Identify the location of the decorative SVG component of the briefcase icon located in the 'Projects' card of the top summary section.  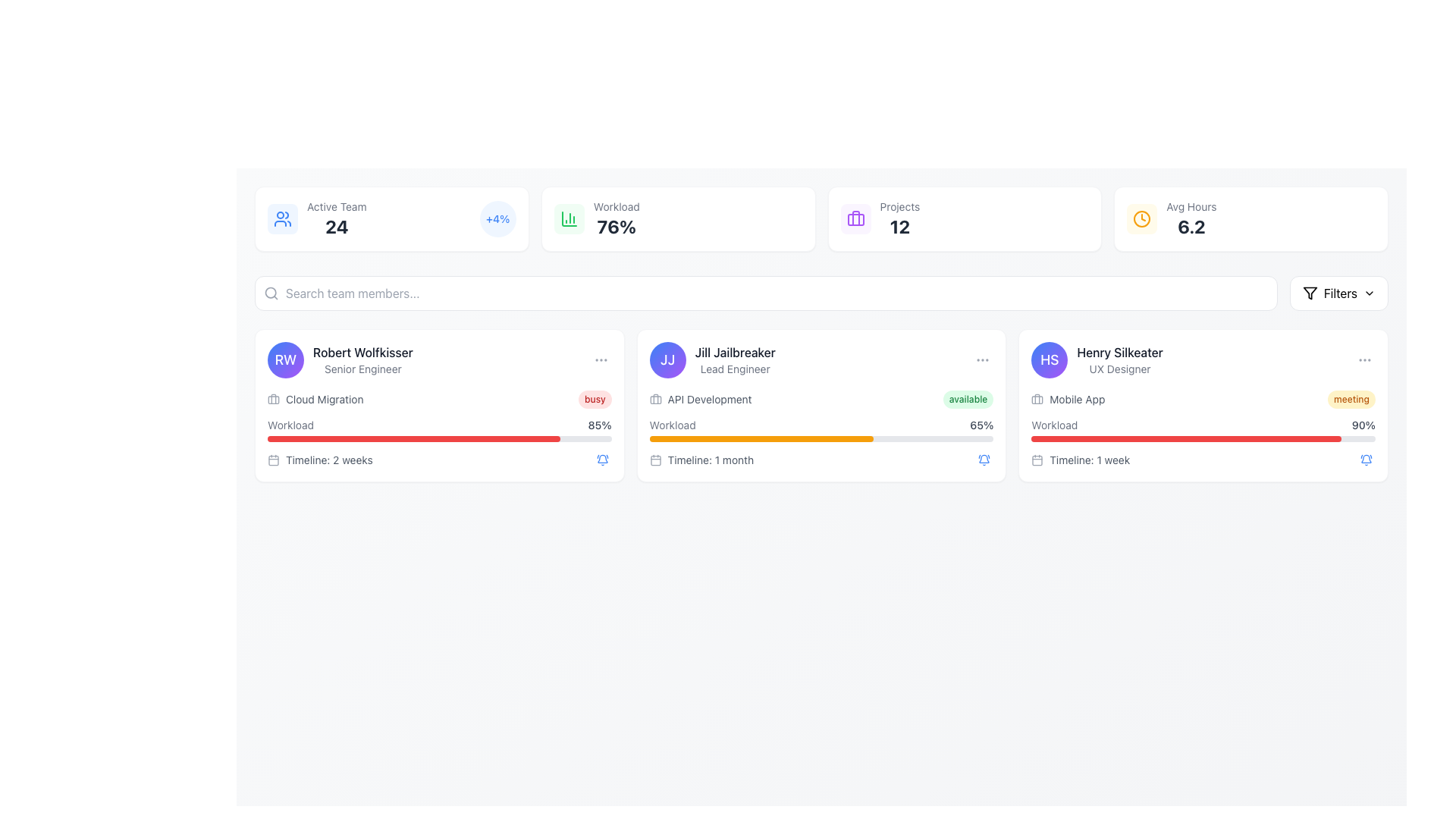
(855, 219).